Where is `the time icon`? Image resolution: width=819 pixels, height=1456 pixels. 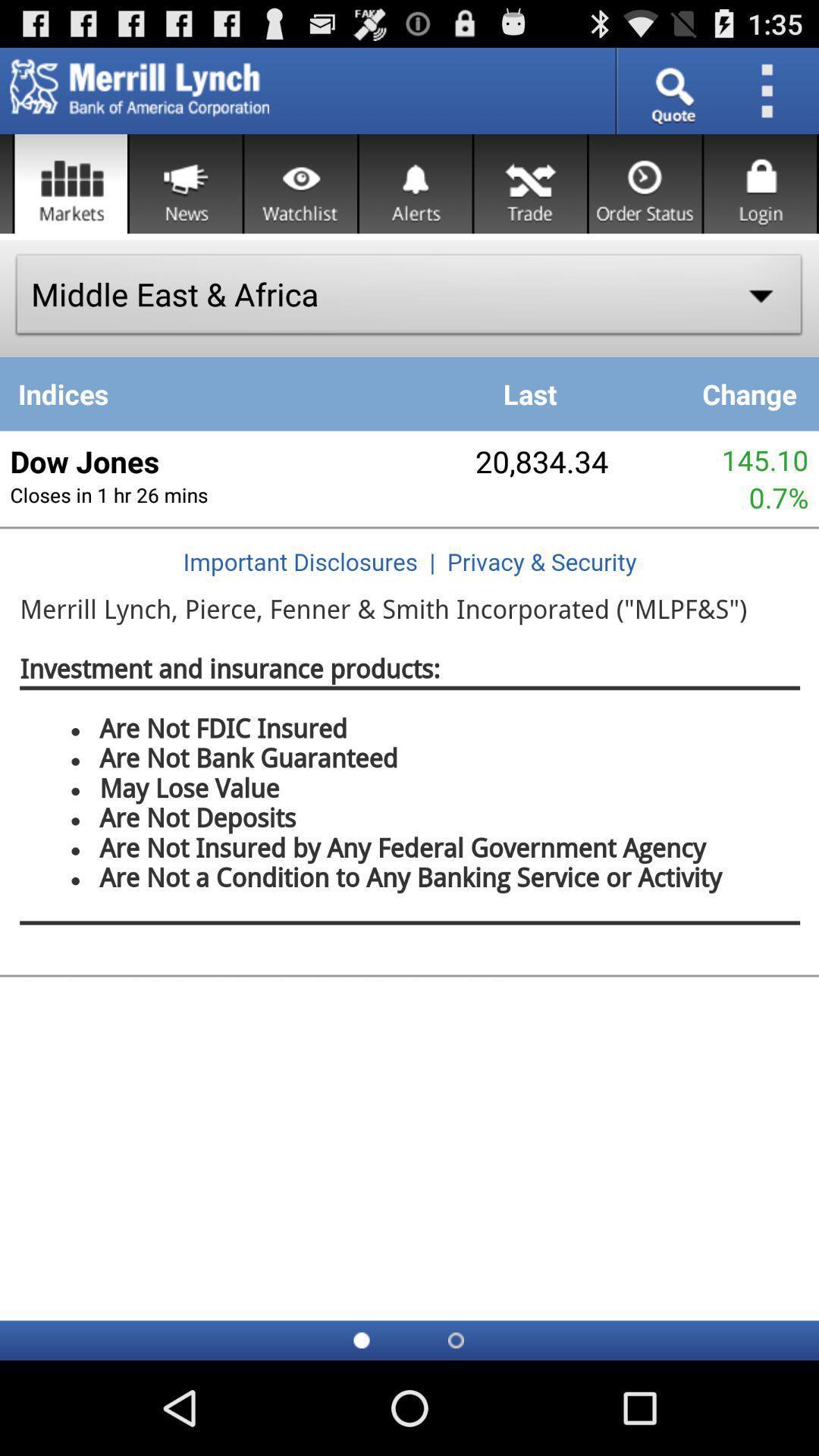
the time icon is located at coordinates (645, 196).